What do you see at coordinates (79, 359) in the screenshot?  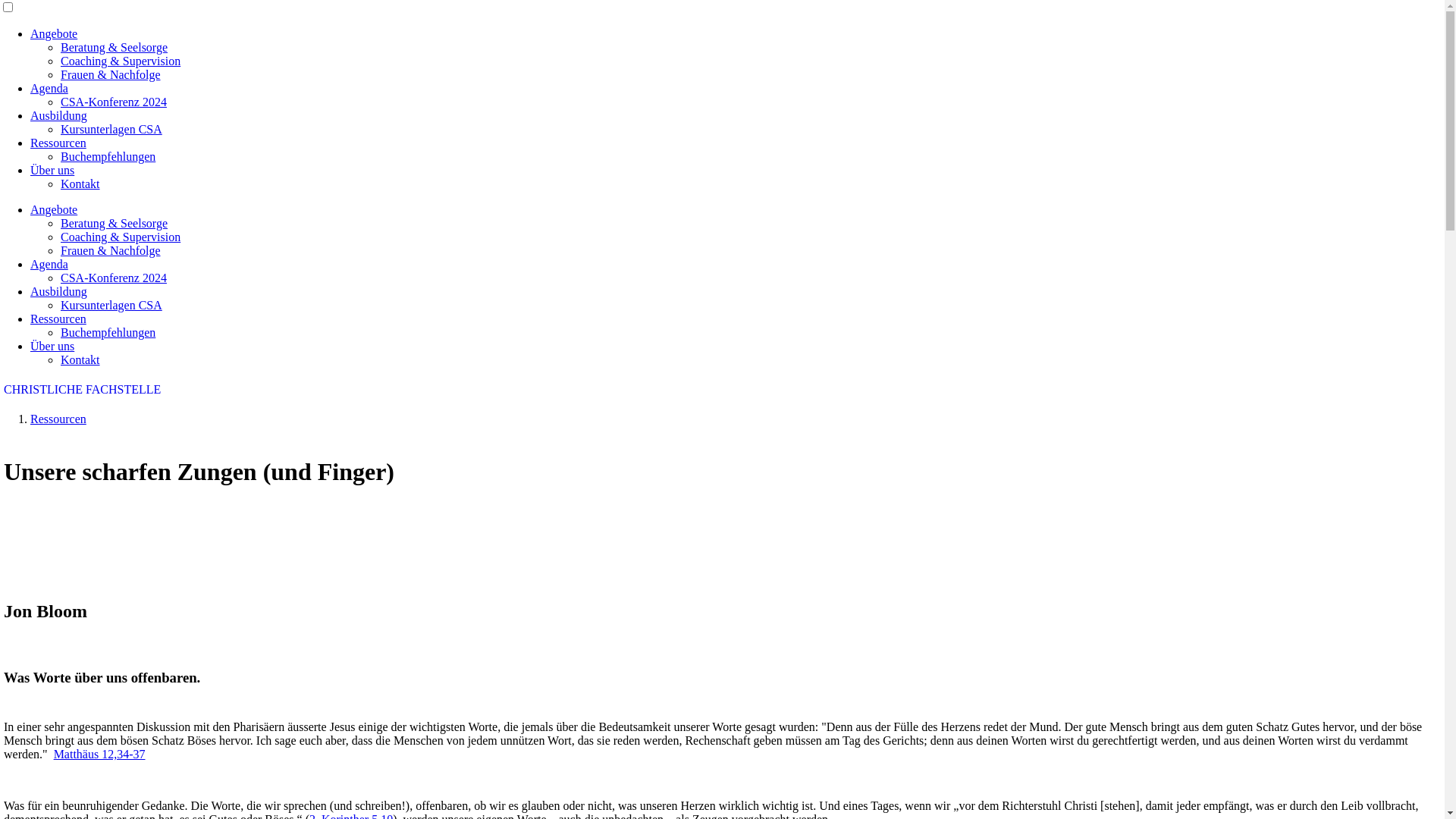 I see `'Kontakt'` at bounding box center [79, 359].